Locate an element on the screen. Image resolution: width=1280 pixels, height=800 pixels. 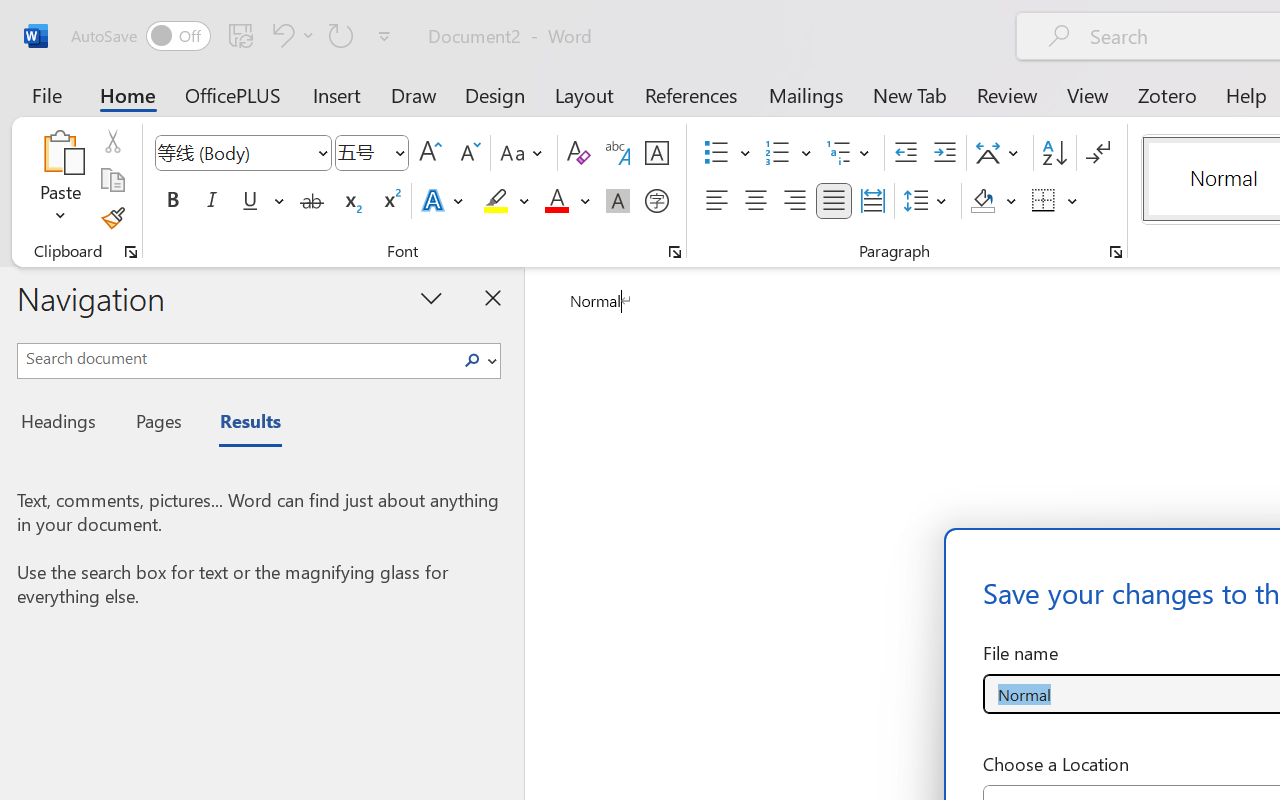
'Quick Access Toolbar' is located at coordinates (234, 35).